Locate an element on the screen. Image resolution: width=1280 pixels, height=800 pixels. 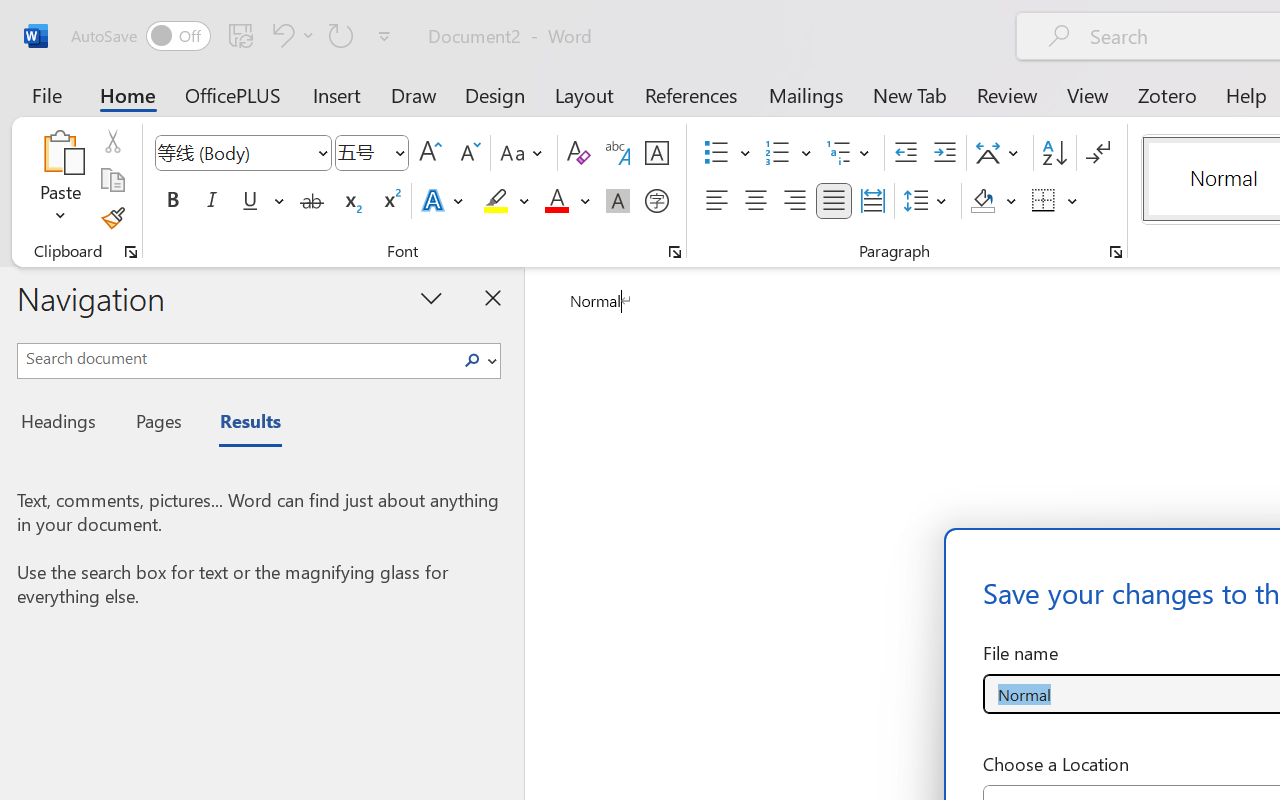
'Quick Access Toolbar' is located at coordinates (234, 35).